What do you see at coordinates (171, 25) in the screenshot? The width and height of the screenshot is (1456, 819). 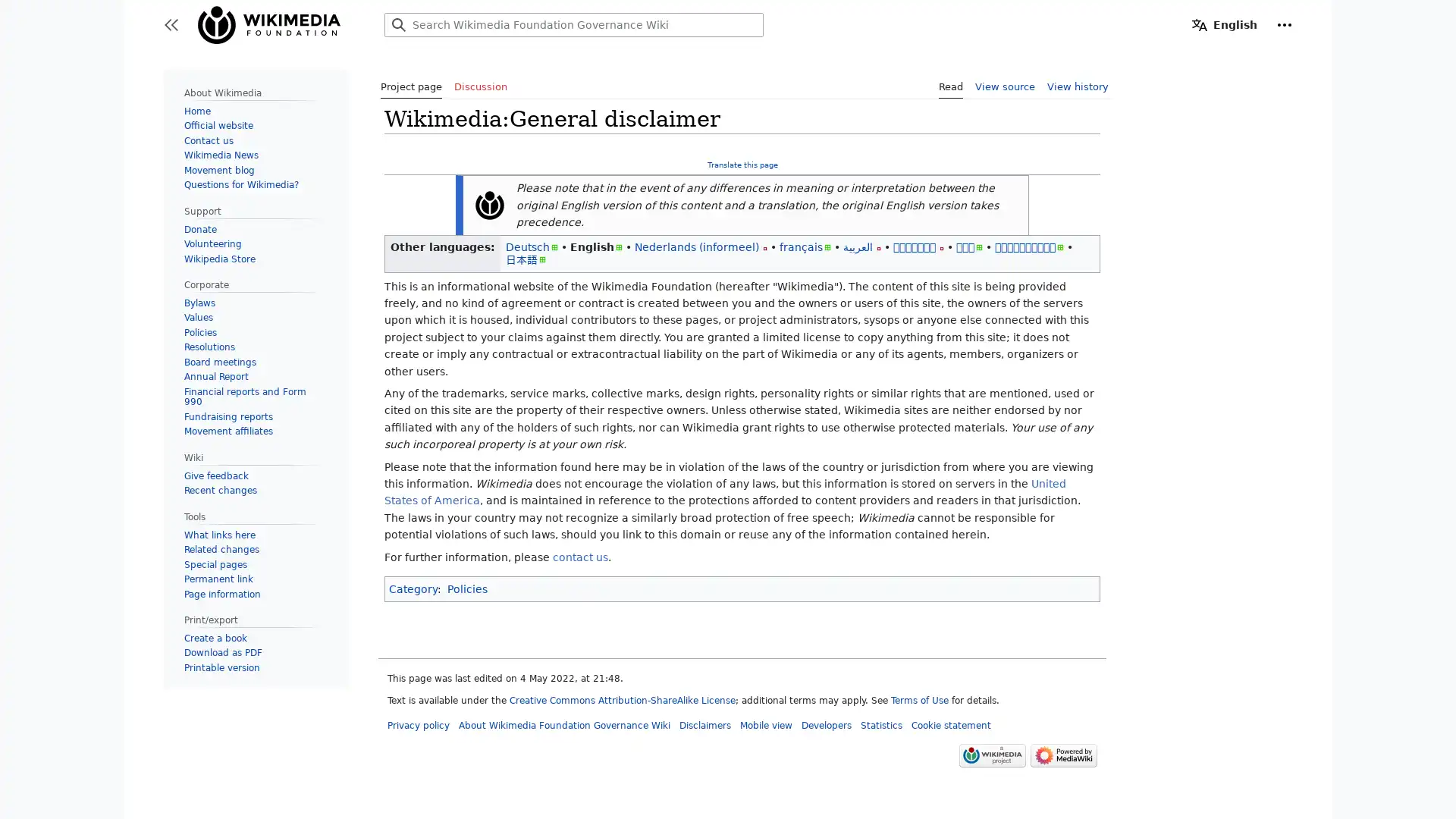 I see `Toggle sidebar` at bounding box center [171, 25].